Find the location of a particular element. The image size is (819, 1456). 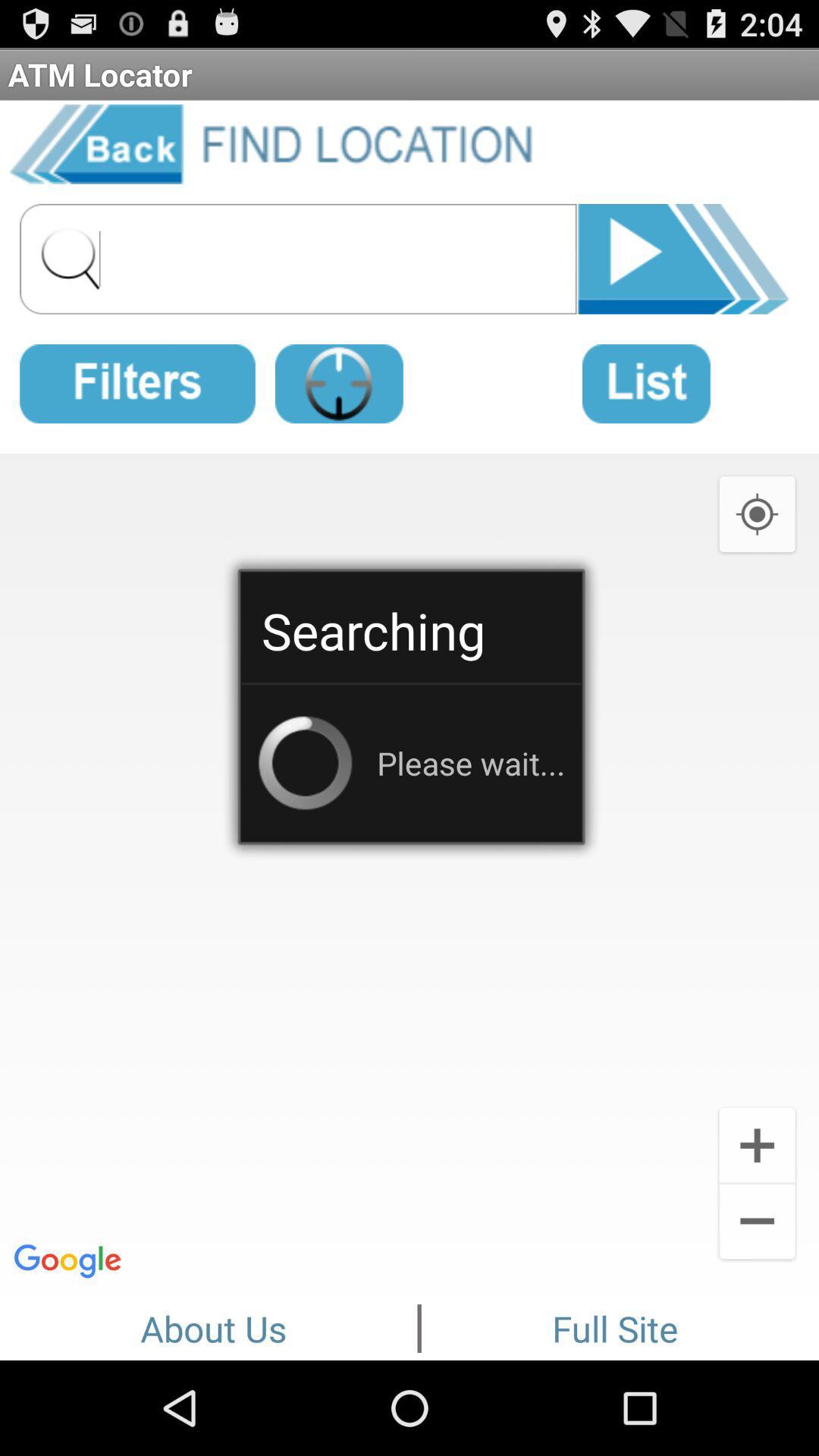

icon on the right is located at coordinates (757, 513).